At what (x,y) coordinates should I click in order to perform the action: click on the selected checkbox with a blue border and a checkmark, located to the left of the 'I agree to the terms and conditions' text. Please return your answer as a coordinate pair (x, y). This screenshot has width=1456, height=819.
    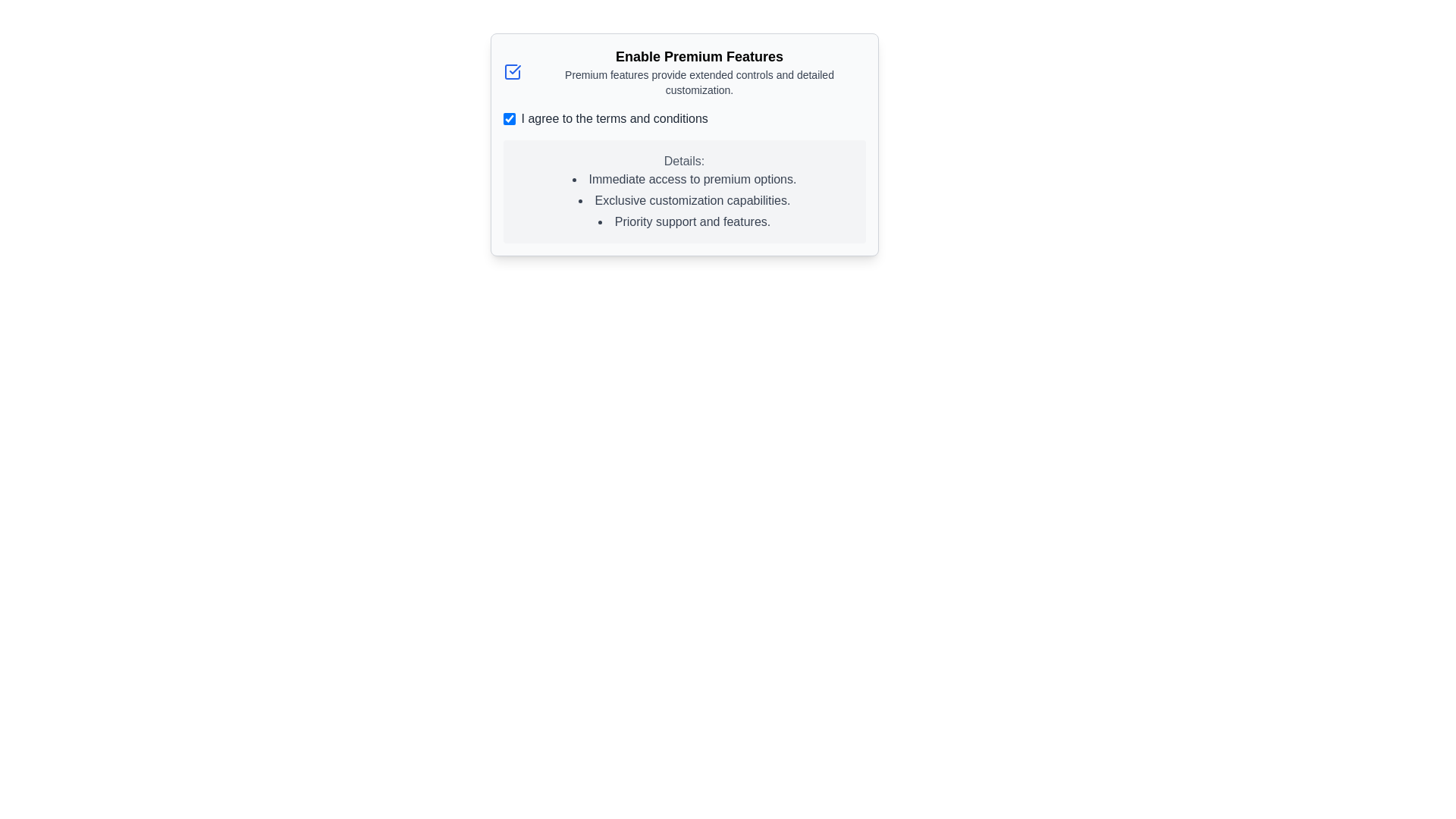
    Looking at the image, I should click on (509, 118).